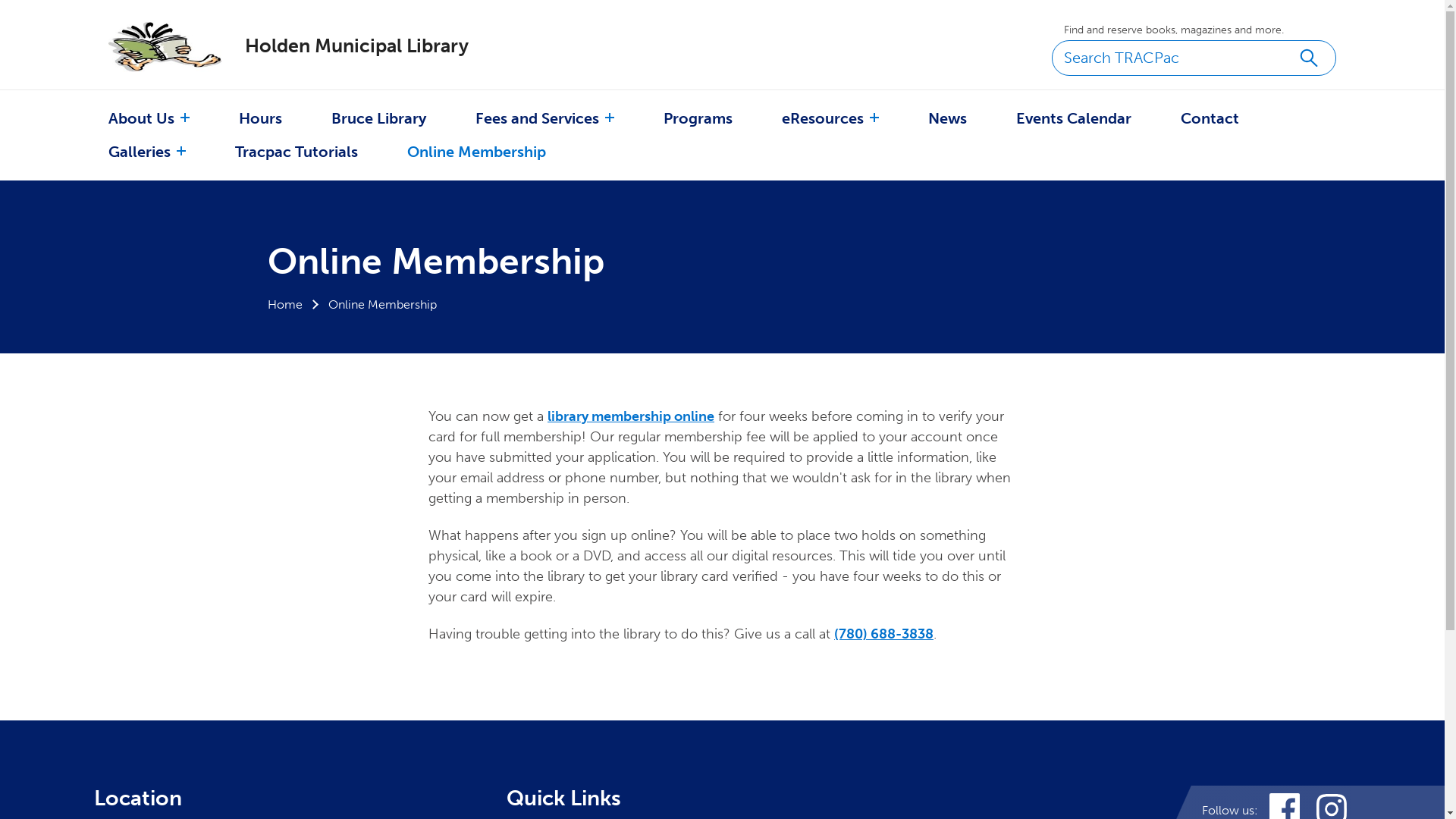  Describe the element at coordinates (537, 117) in the screenshot. I see `'Fees and Services'` at that location.